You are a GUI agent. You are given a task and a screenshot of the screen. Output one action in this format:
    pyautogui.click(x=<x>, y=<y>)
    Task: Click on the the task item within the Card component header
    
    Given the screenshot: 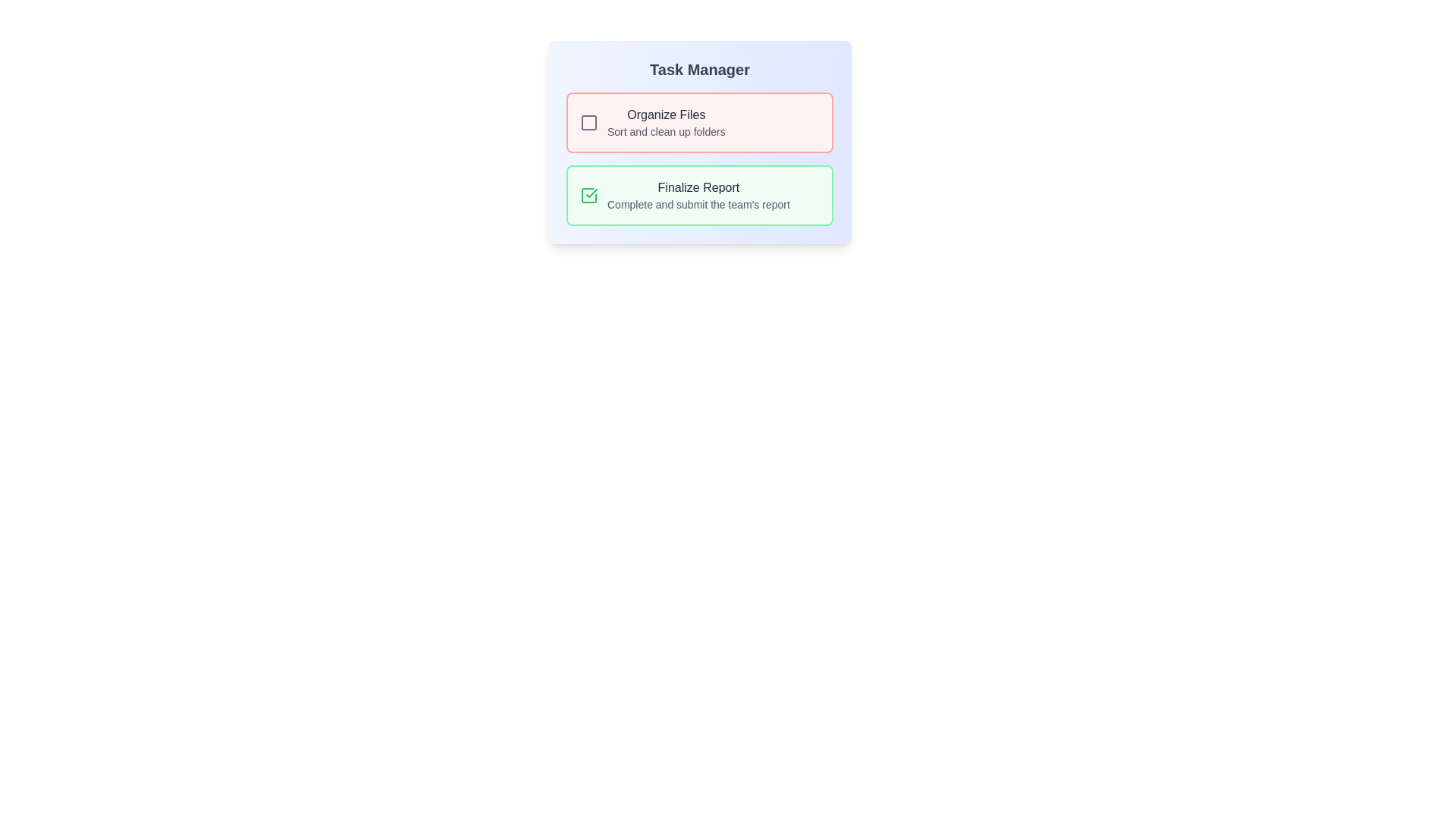 What is the action you would take?
    pyautogui.click(x=698, y=143)
    